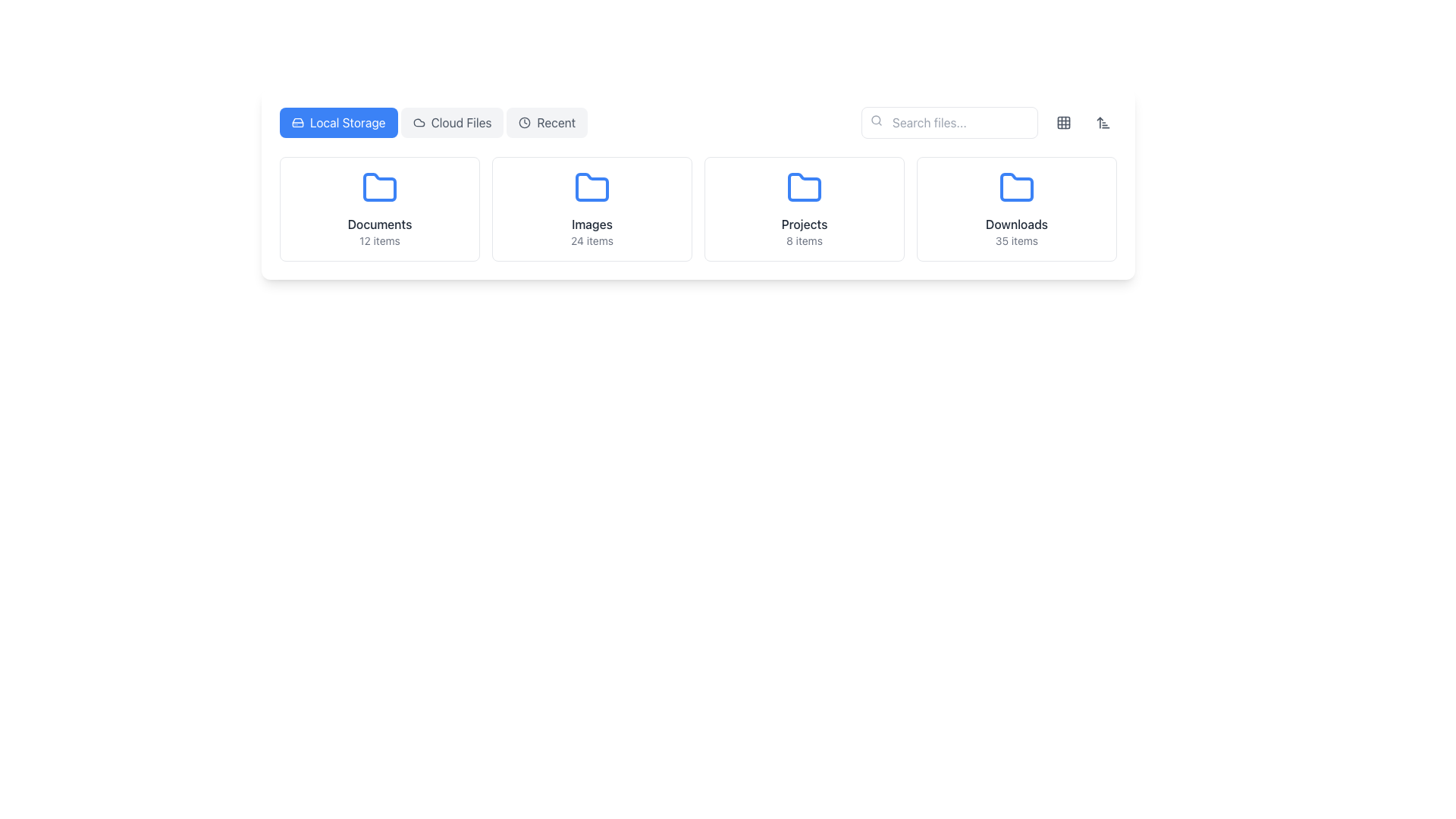 The image size is (1456, 819). Describe the element at coordinates (451, 122) in the screenshot. I see `the 'Cloud Files' button, which is a rounded rectangle with a light gray background and dark gray text, located in the center-top section of the interface` at that location.